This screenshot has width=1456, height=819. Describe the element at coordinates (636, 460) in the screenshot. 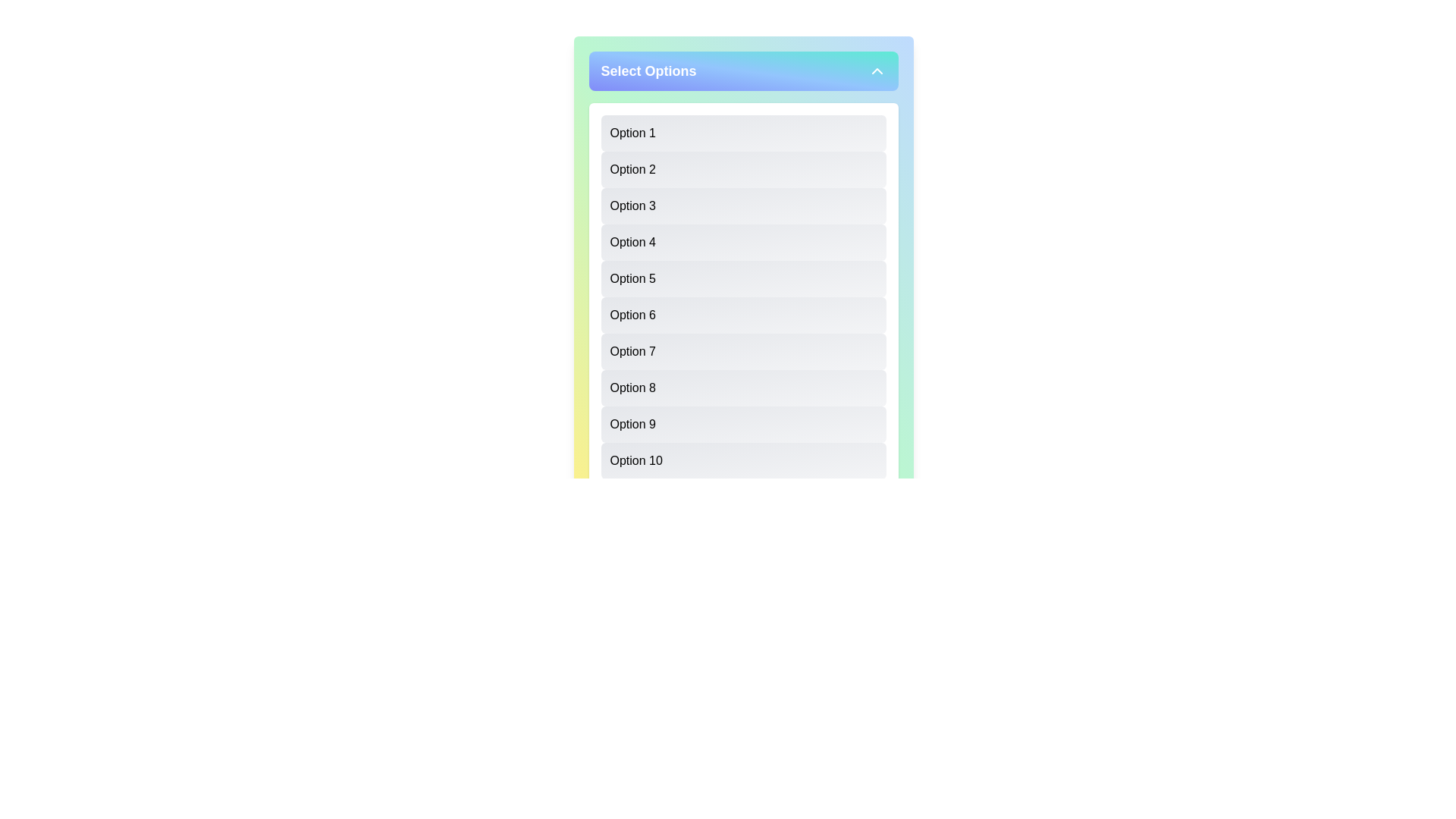

I see `the 10th item in the vertical selectable list` at that location.